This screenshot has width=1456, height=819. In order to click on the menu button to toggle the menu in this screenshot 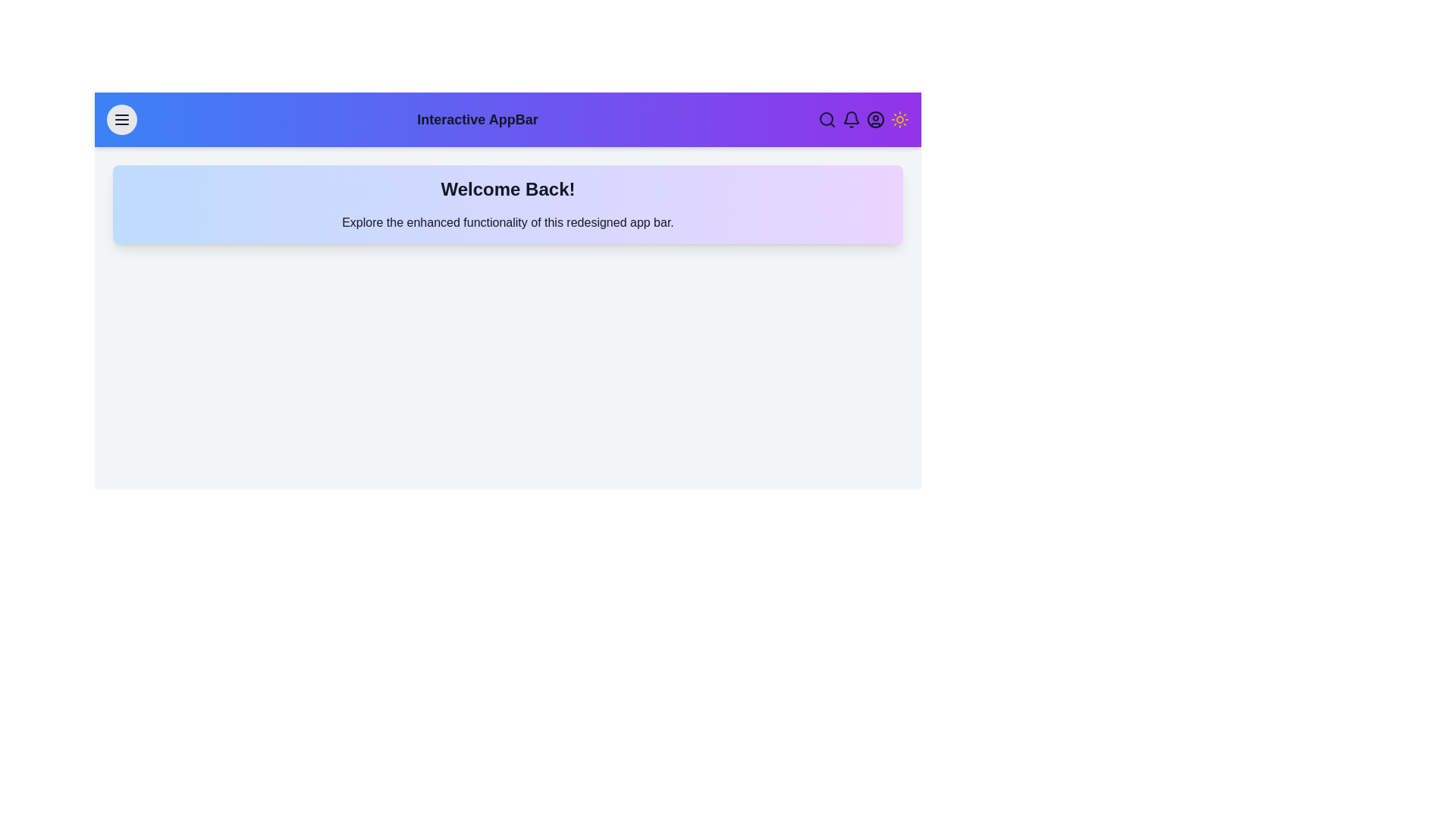, I will do `click(122, 119)`.